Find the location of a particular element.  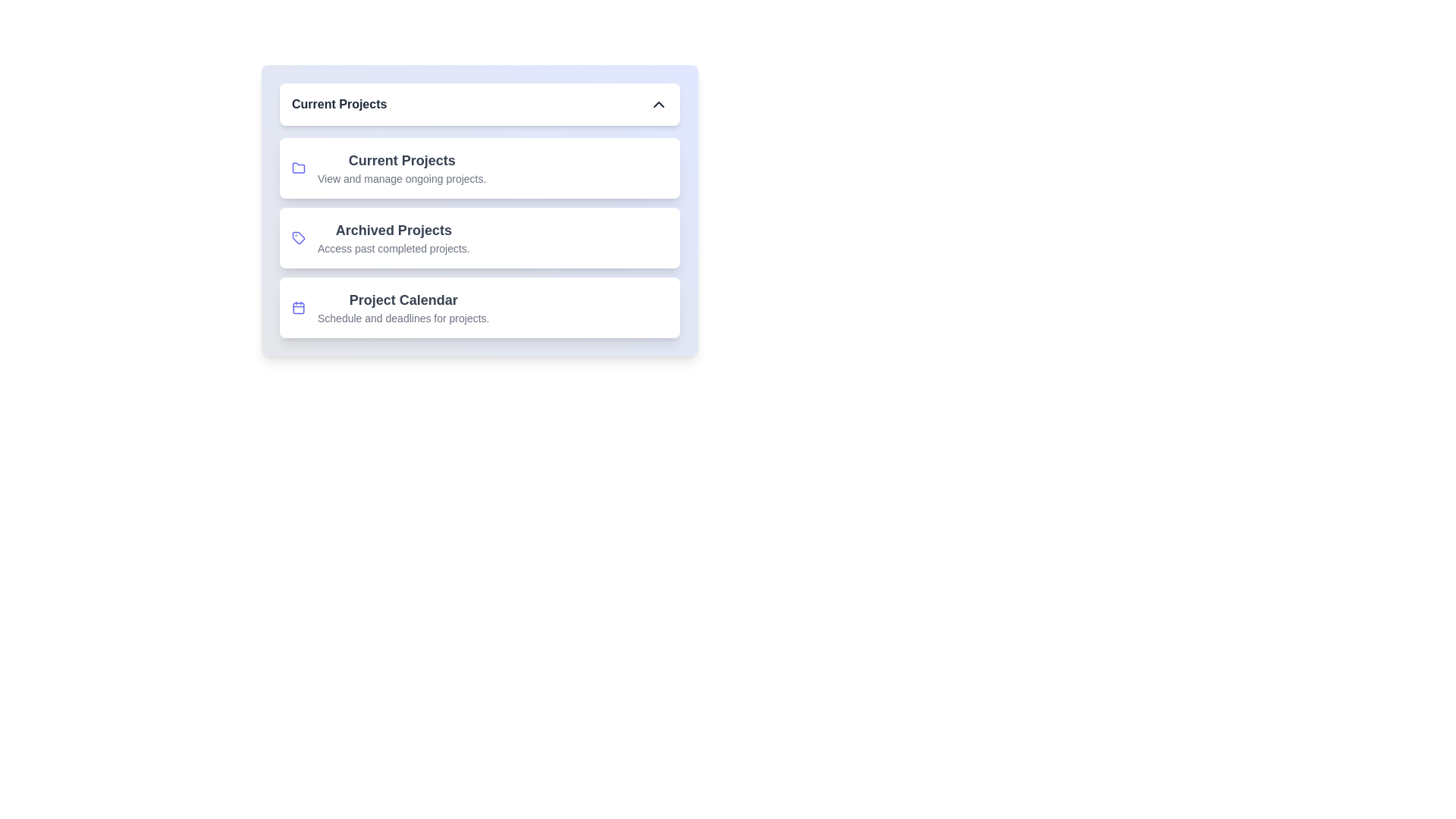

toggle button at the top of the menu to toggle its open/closed state is located at coordinates (479, 104).